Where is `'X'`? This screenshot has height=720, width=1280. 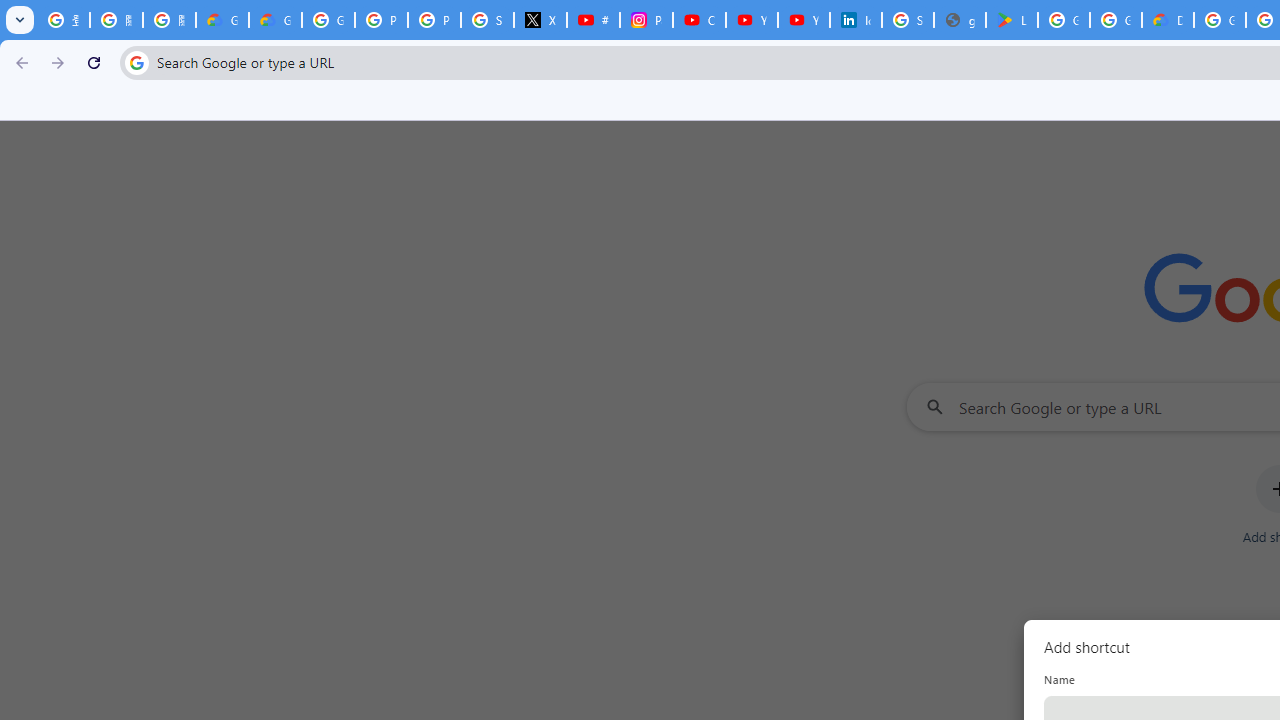
'X' is located at coordinates (540, 20).